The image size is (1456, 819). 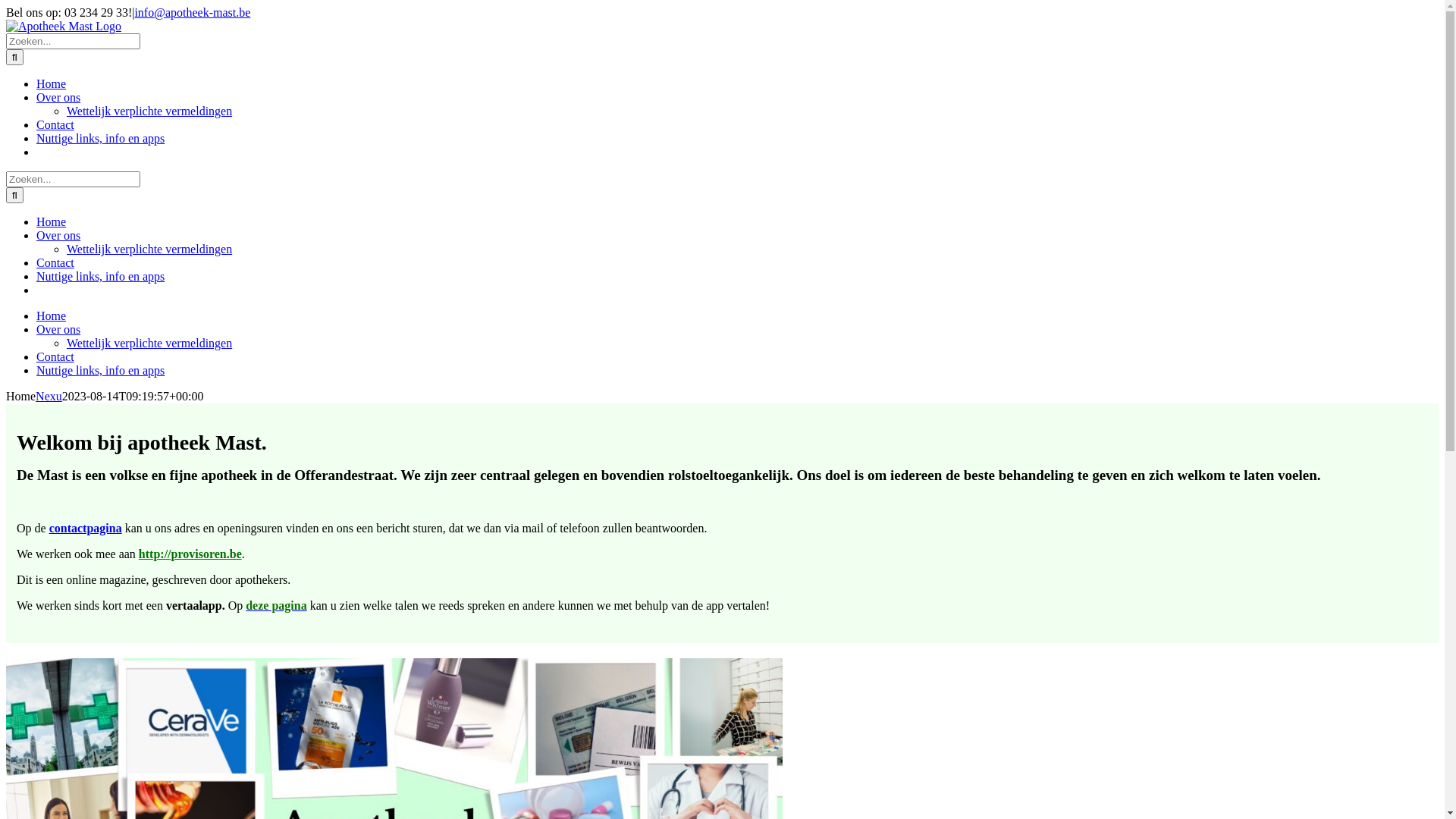 I want to click on 'Home', so click(x=36, y=315).